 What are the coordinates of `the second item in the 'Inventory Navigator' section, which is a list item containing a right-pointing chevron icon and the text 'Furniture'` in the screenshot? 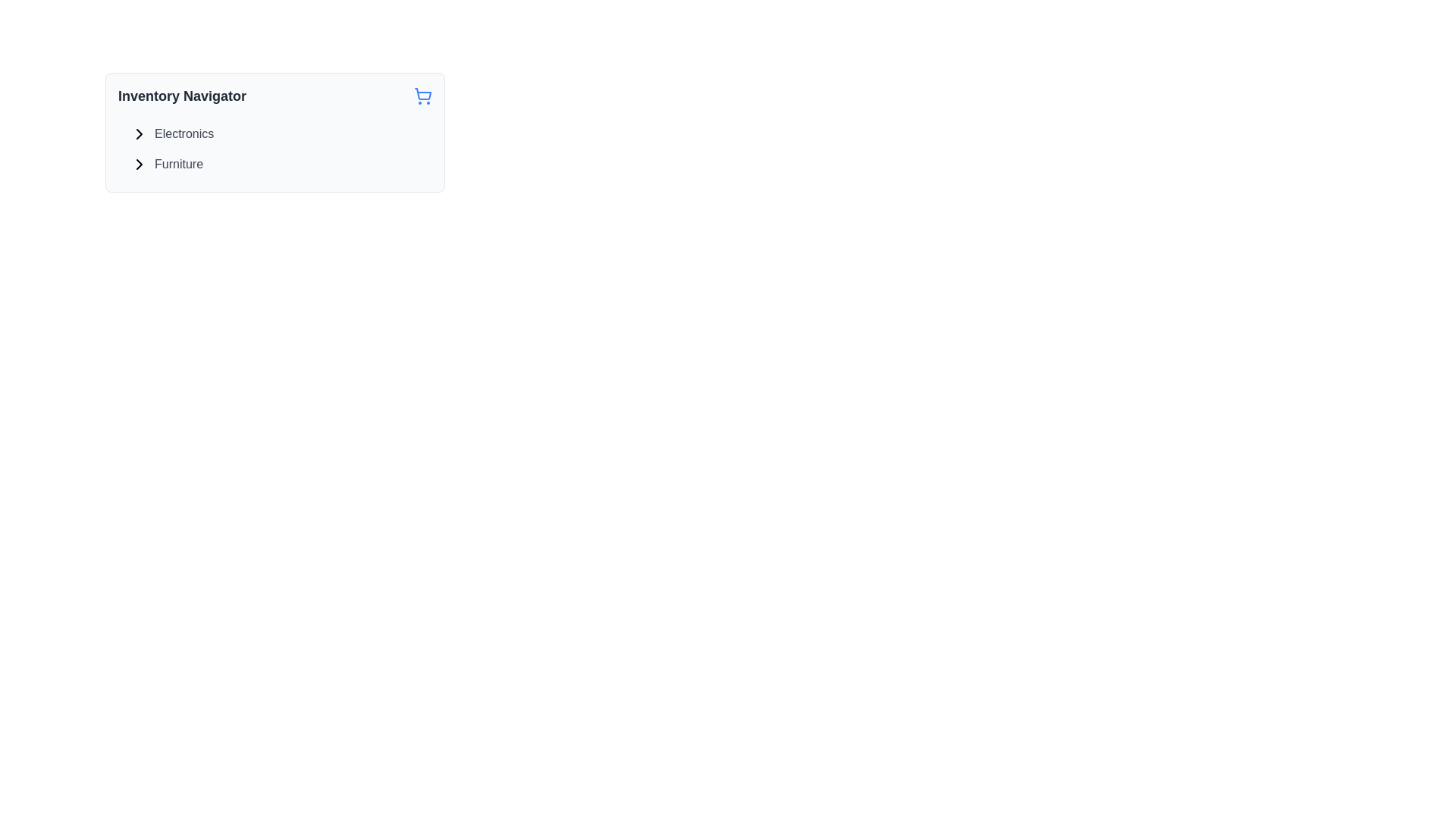 It's located at (167, 164).